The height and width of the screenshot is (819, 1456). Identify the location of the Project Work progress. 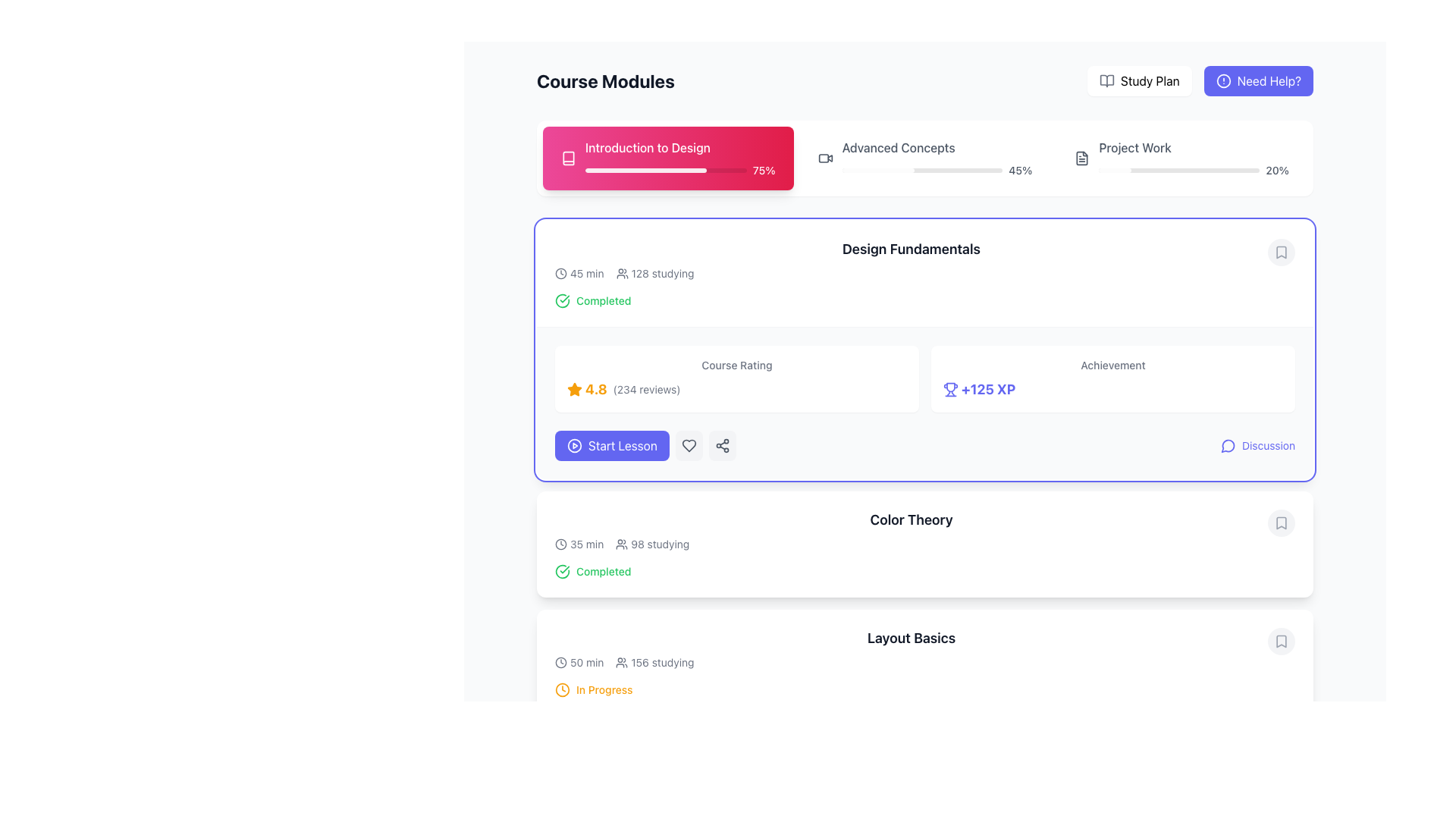
(1250, 170).